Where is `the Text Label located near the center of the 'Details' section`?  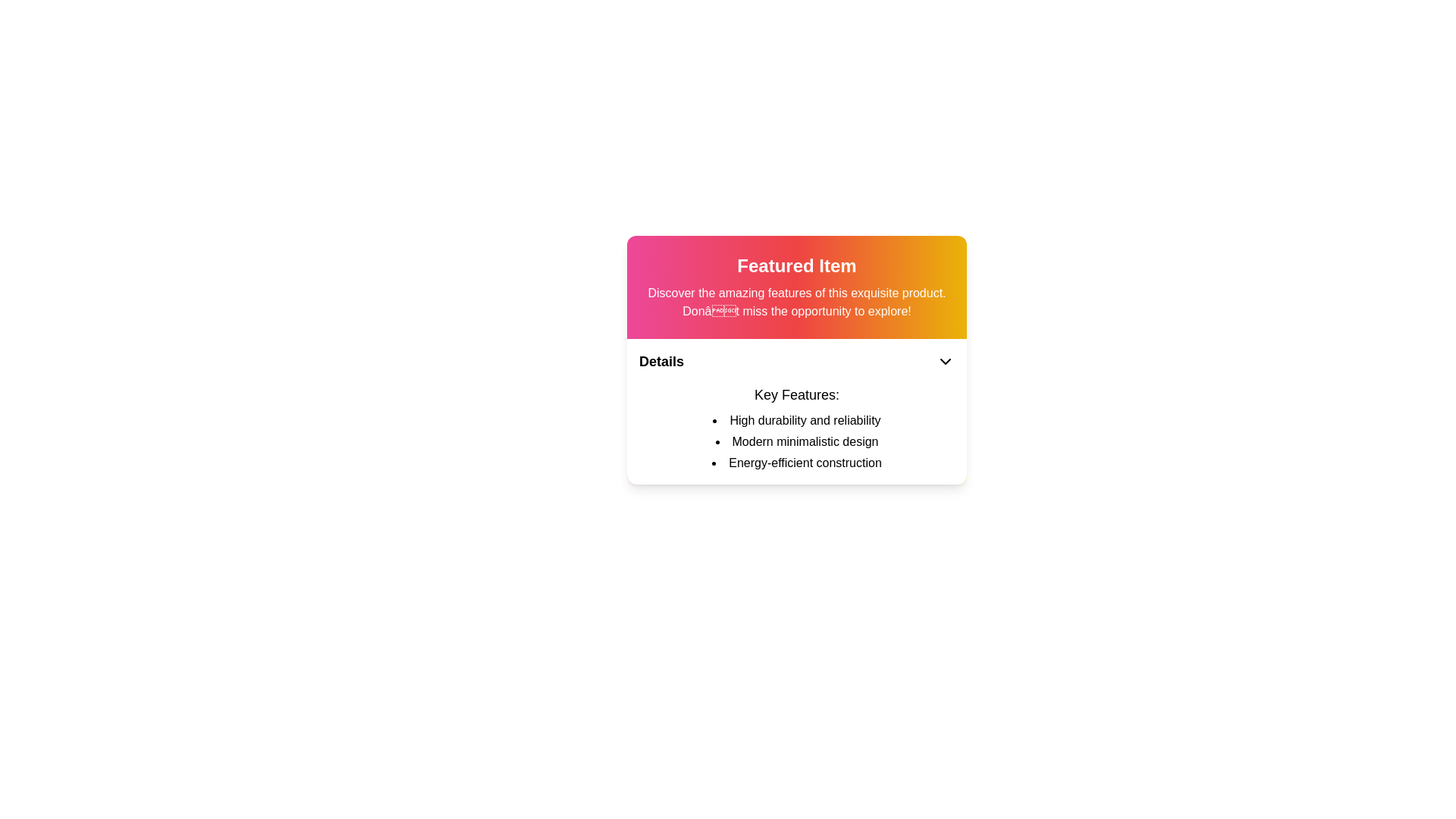 the Text Label located near the center of the 'Details' section is located at coordinates (796, 394).